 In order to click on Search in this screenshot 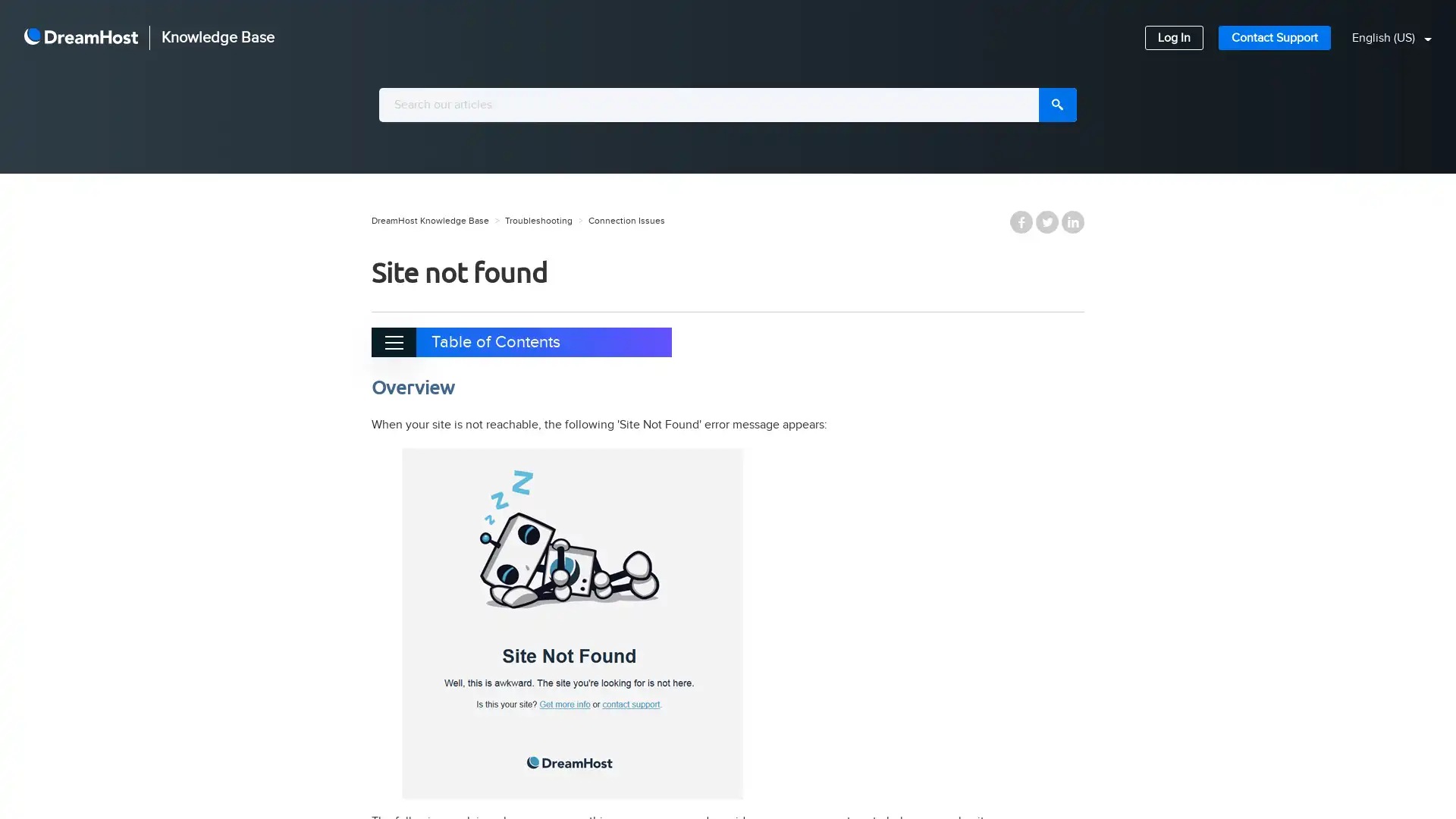, I will do `click(1057, 104)`.